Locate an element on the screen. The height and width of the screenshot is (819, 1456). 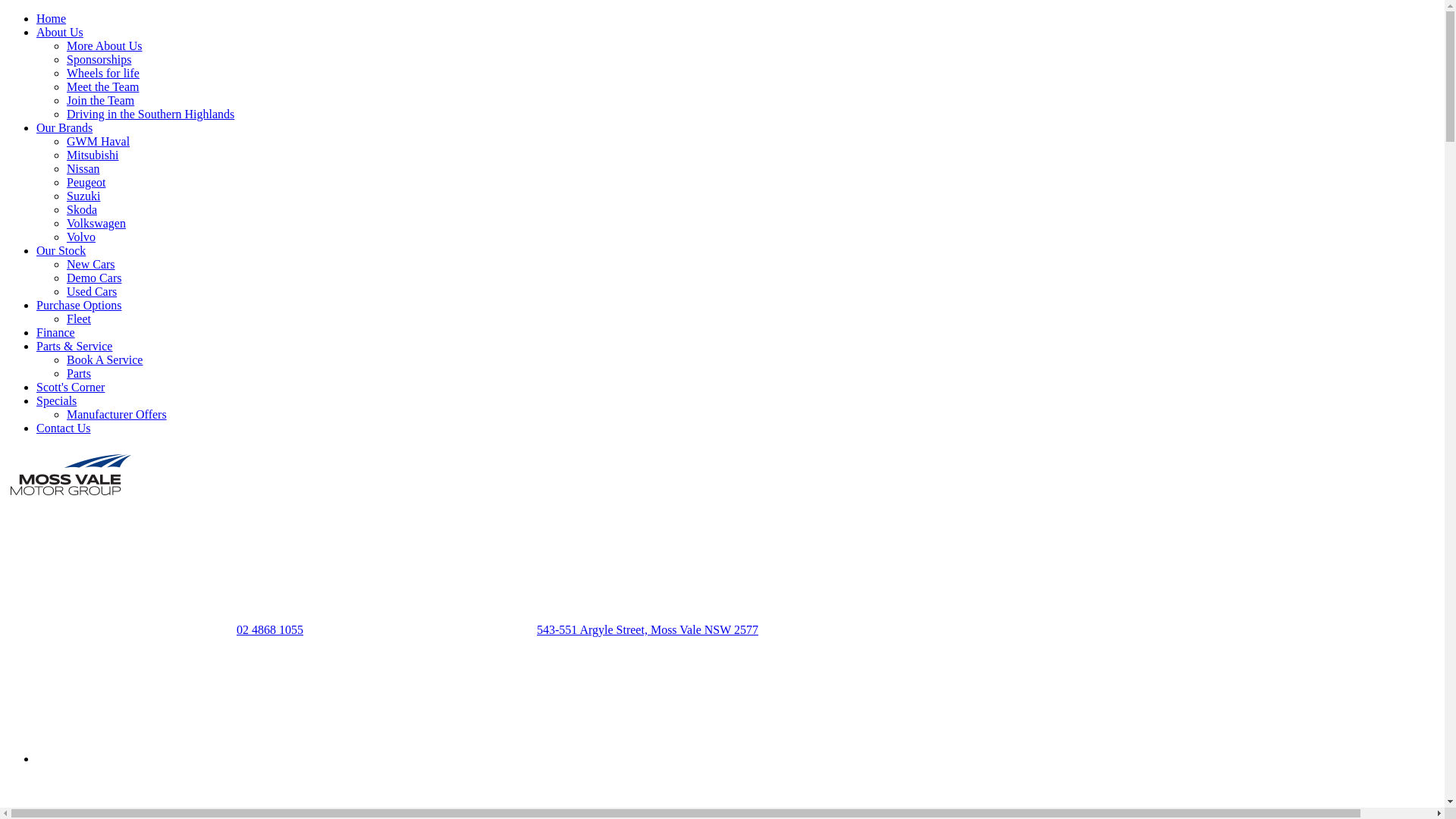
'543-551 Argyle Street, Moss Vale NSW 2577' is located at coordinates (648, 629).